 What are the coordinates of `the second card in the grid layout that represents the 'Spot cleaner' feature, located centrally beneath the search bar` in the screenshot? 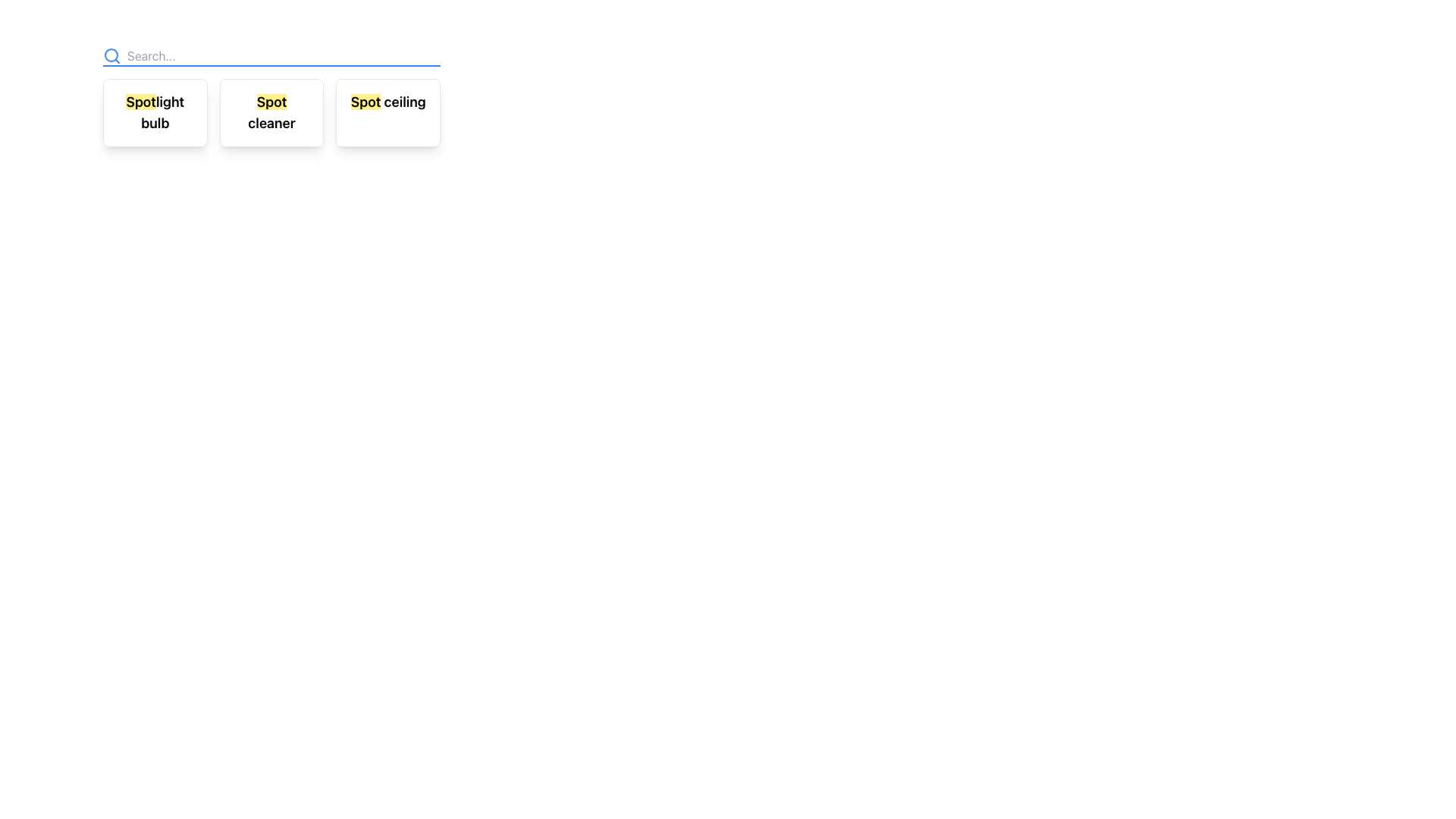 It's located at (271, 96).